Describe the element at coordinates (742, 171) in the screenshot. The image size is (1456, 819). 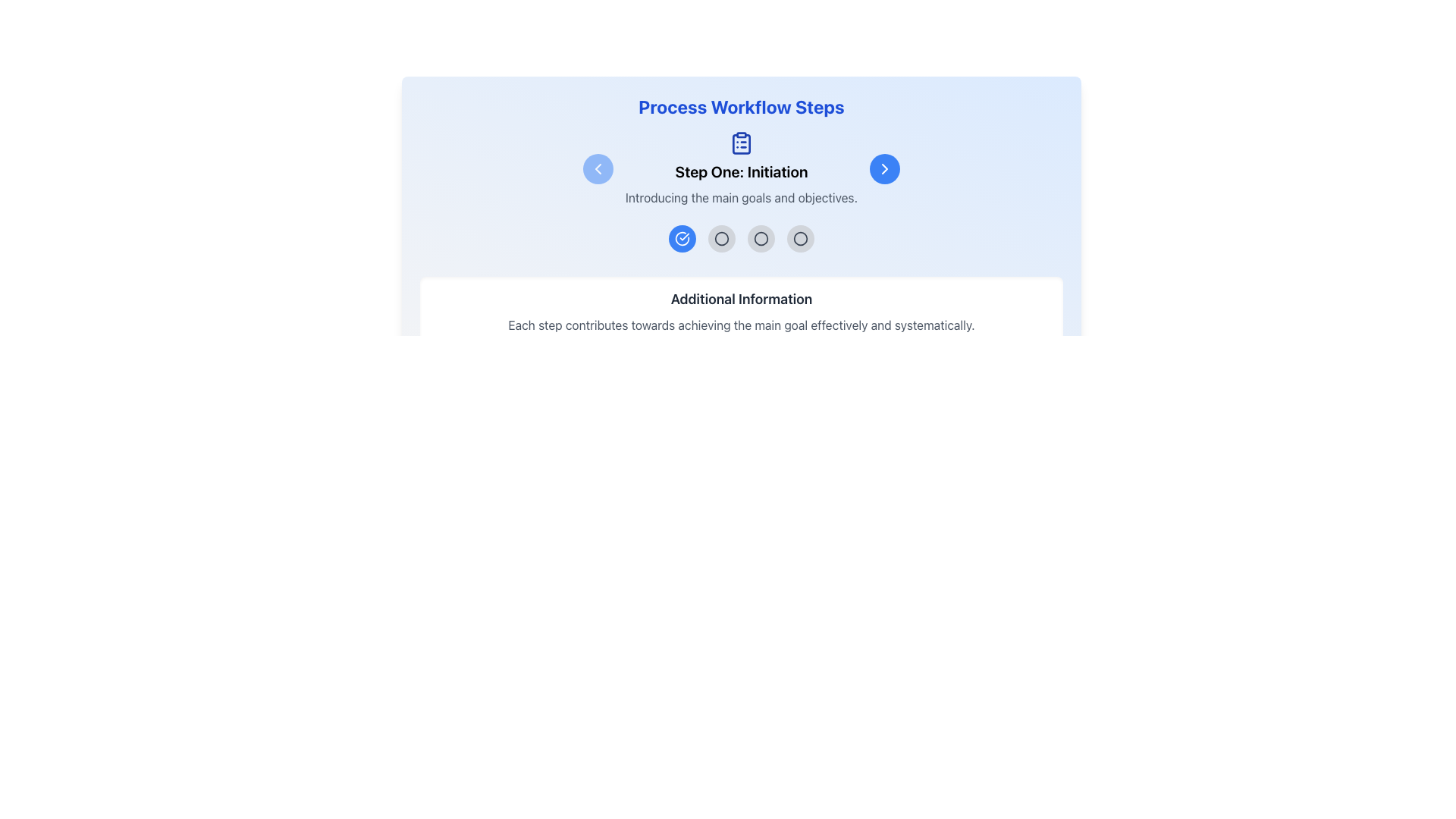
I see `the text element displaying 'Step One: Initiation', which is styled as 'text-xl font-semibold' and serves as the primary heading for Step One in the workflow` at that location.